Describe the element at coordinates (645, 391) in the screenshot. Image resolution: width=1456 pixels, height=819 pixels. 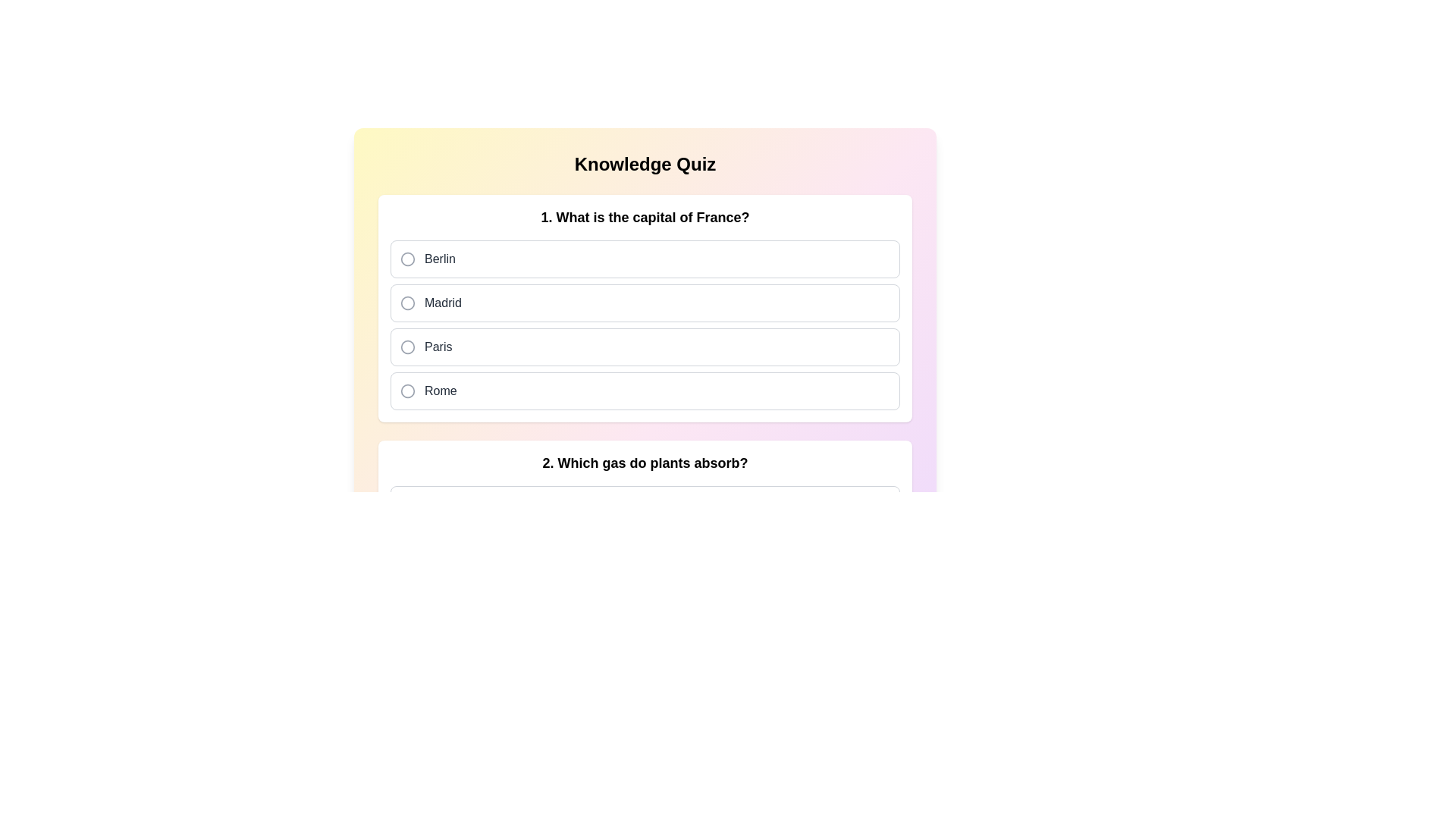
I see `to select the fourth option in the multiple-choice question asking 'What is the capital of France?'` at that location.